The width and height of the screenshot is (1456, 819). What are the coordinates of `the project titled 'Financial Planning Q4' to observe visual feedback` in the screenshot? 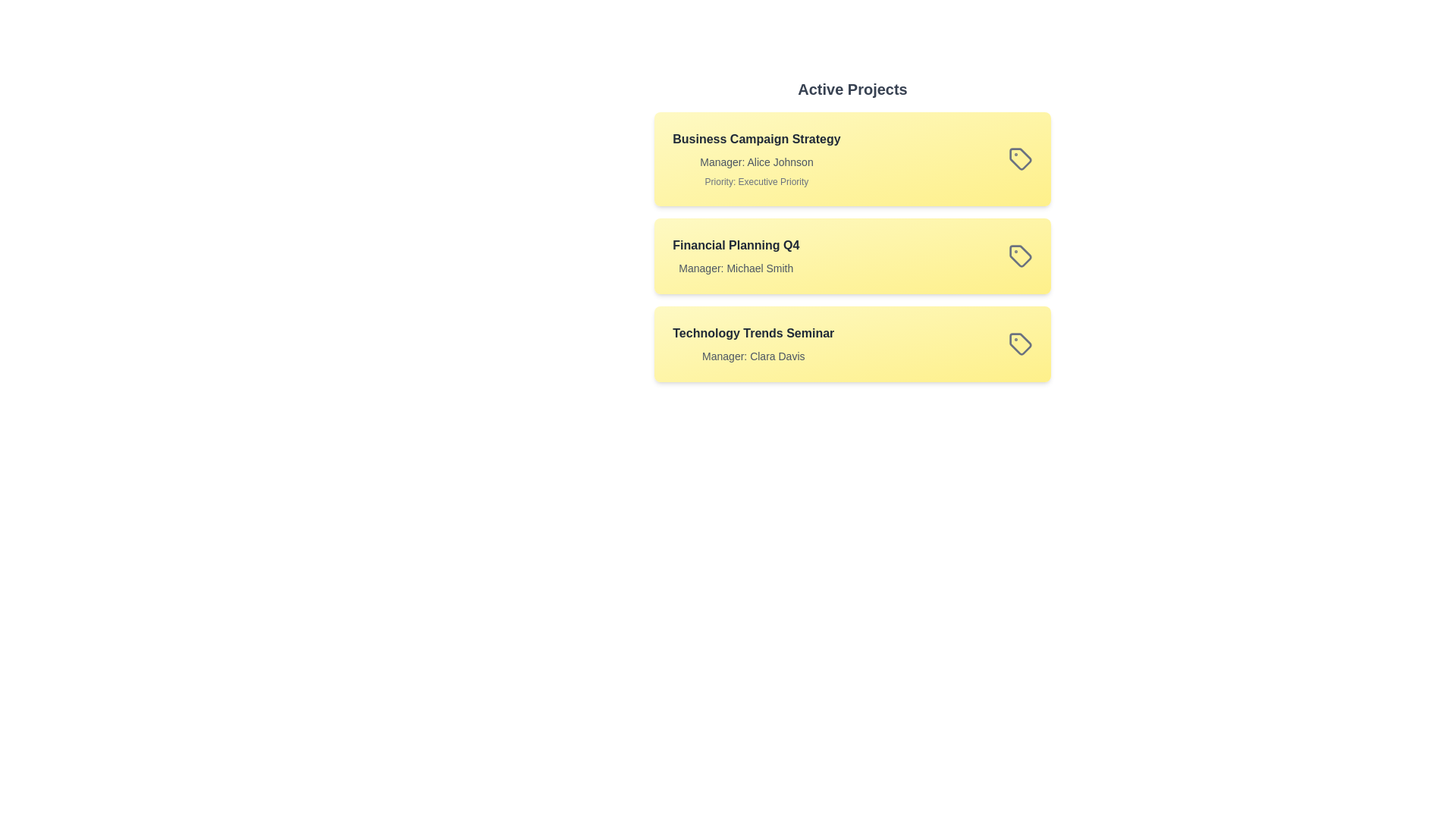 It's located at (852, 256).